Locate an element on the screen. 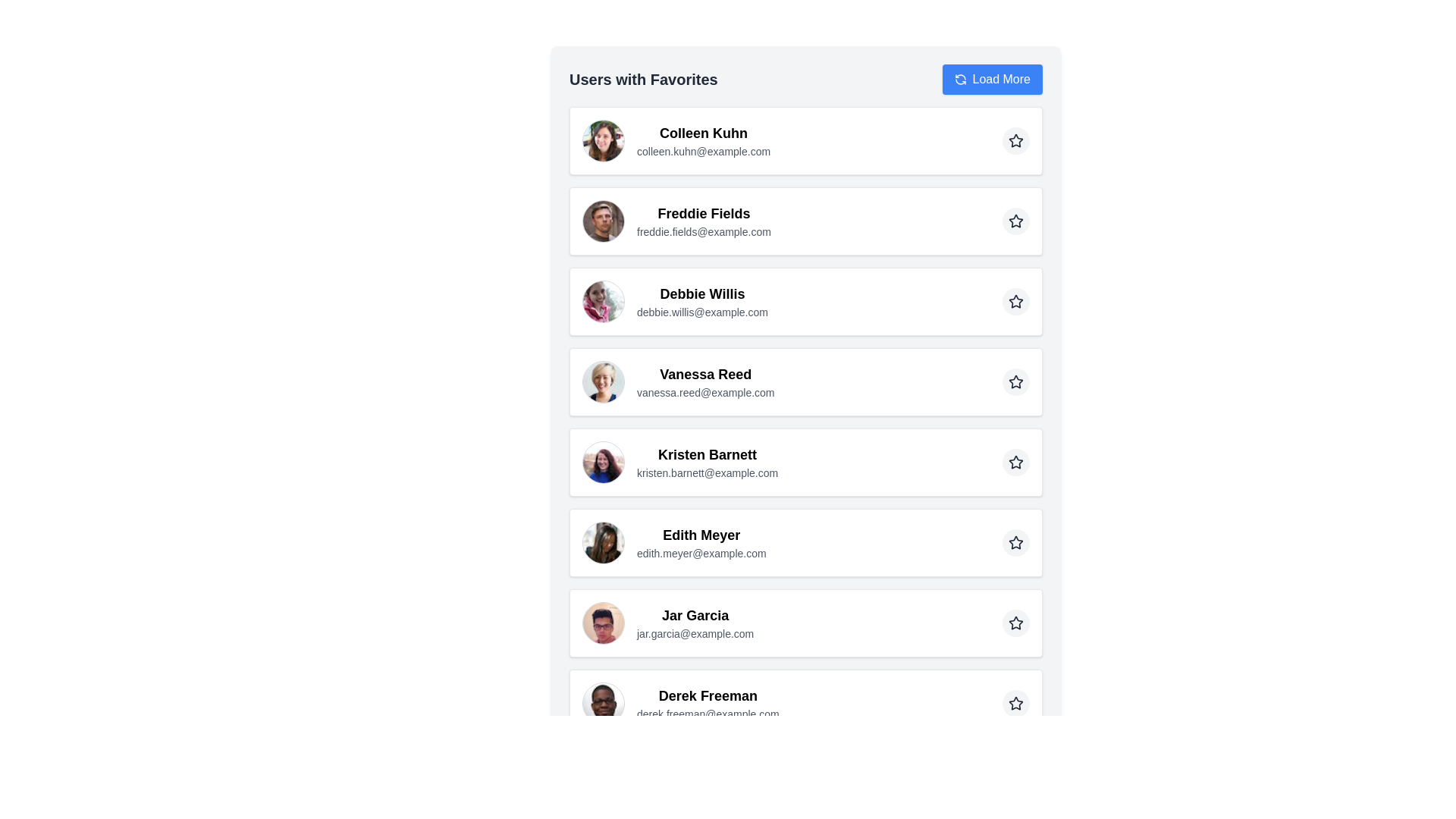 The image size is (1456, 819). the star icon button to the right of the user 'Debbie Willis' to unmark them as a favorite is located at coordinates (1015, 301).